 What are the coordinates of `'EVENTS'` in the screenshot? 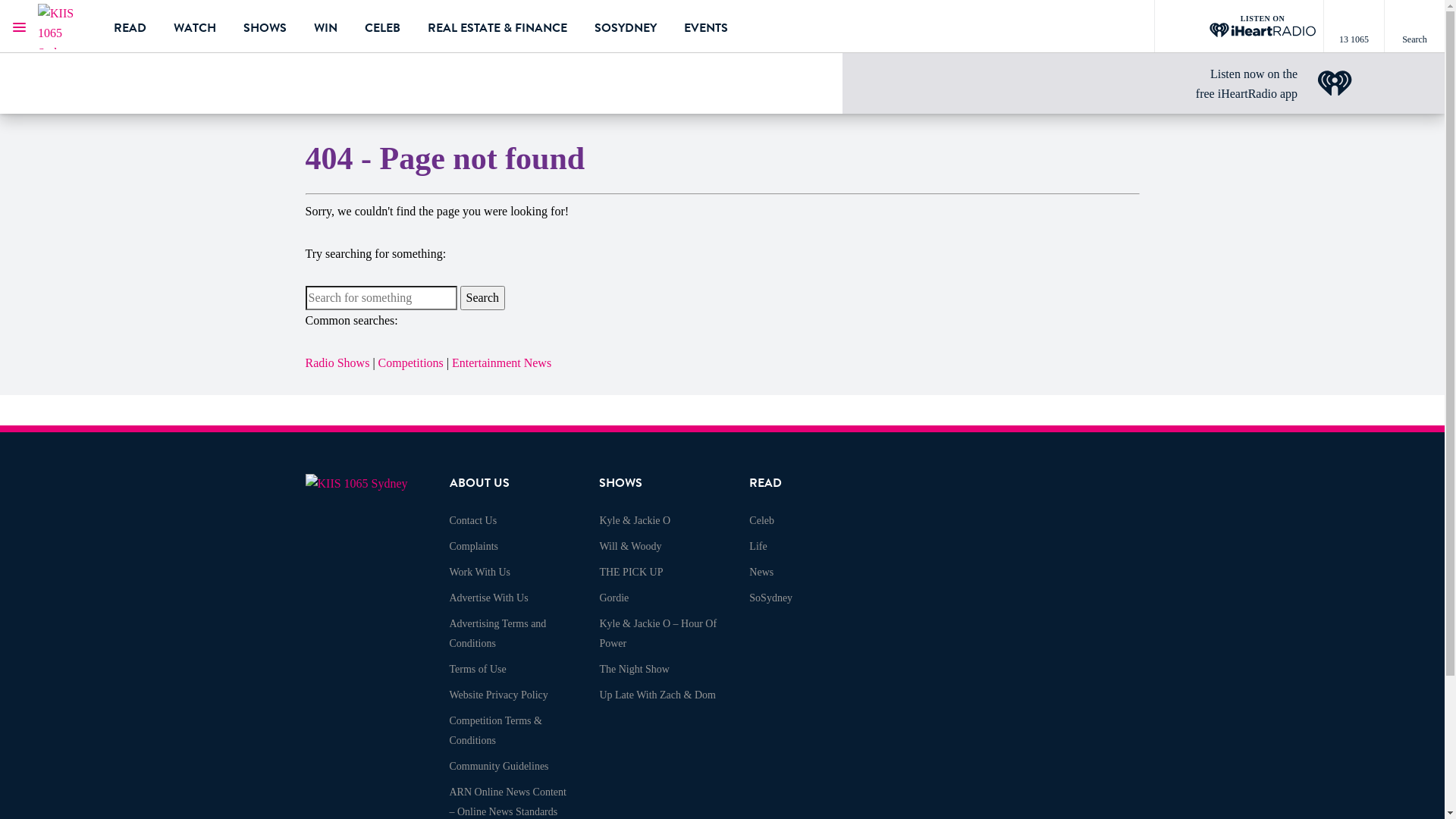 It's located at (705, 26).